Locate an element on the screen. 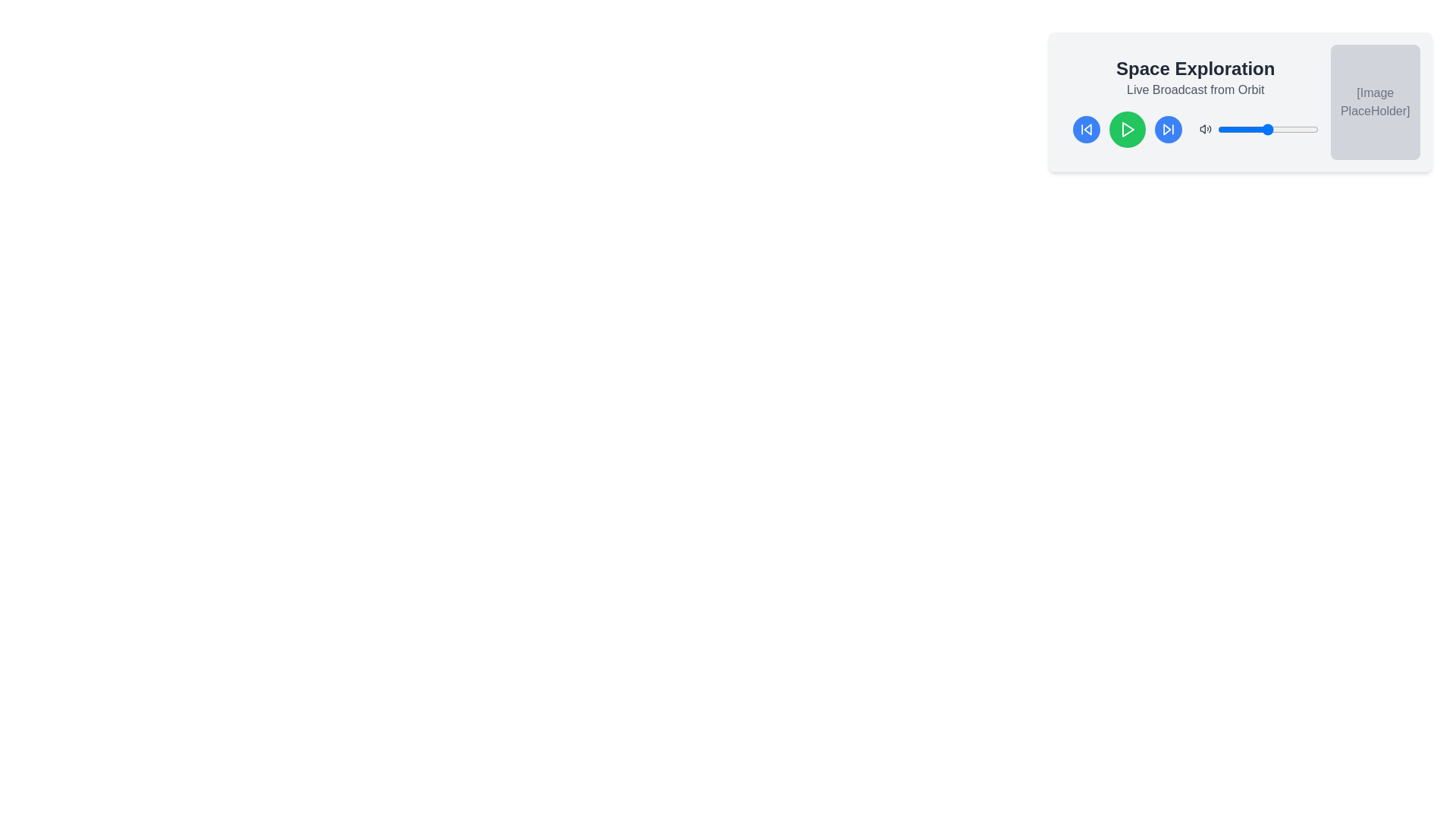  the play button located centrally within the interface, which is the second icon from the left in a horizontal layout of control buttons, to initiate media playback is located at coordinates (1128, 128).